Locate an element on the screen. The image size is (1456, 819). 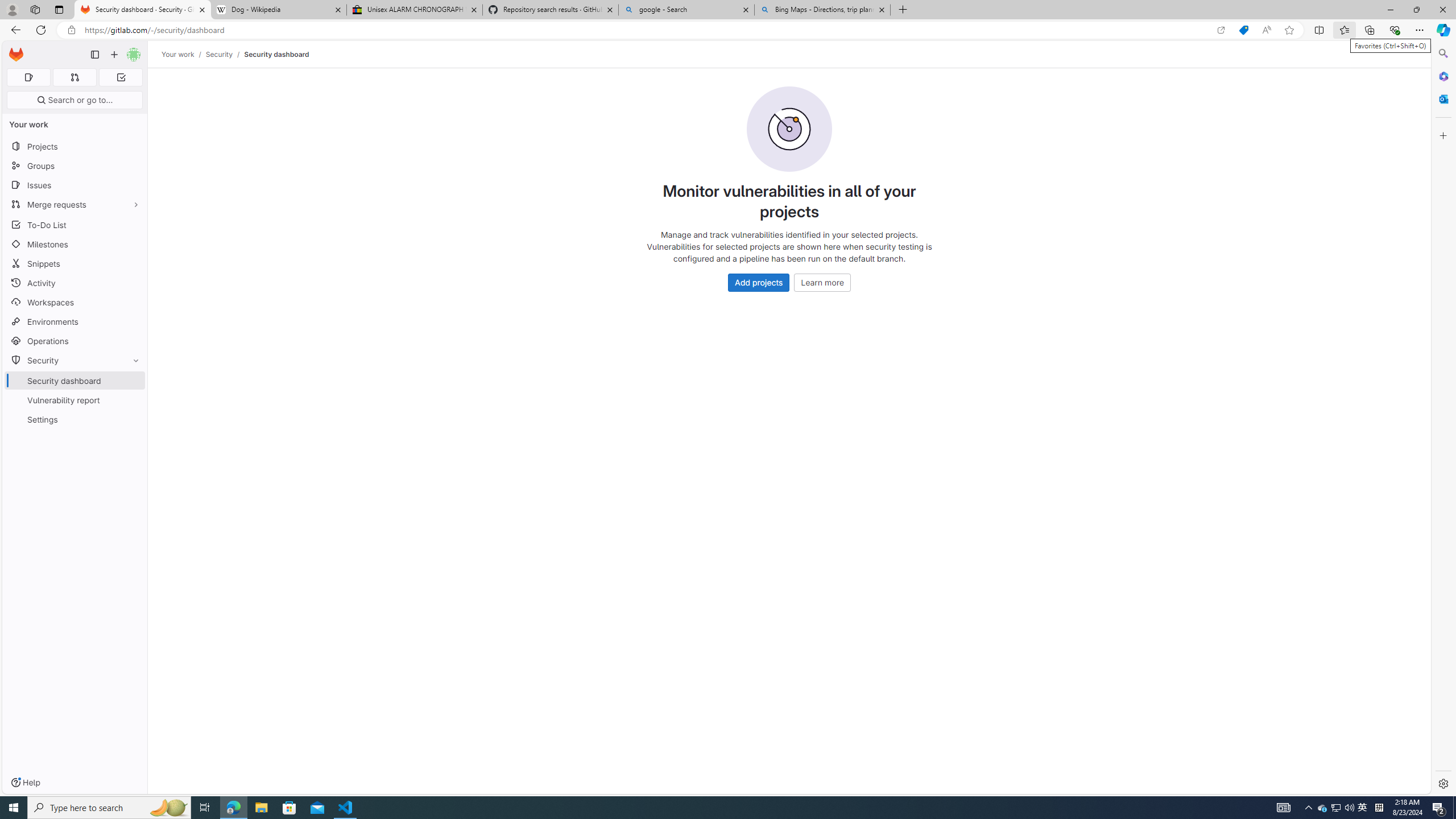
'Security' is located at coordinates (218, 54).